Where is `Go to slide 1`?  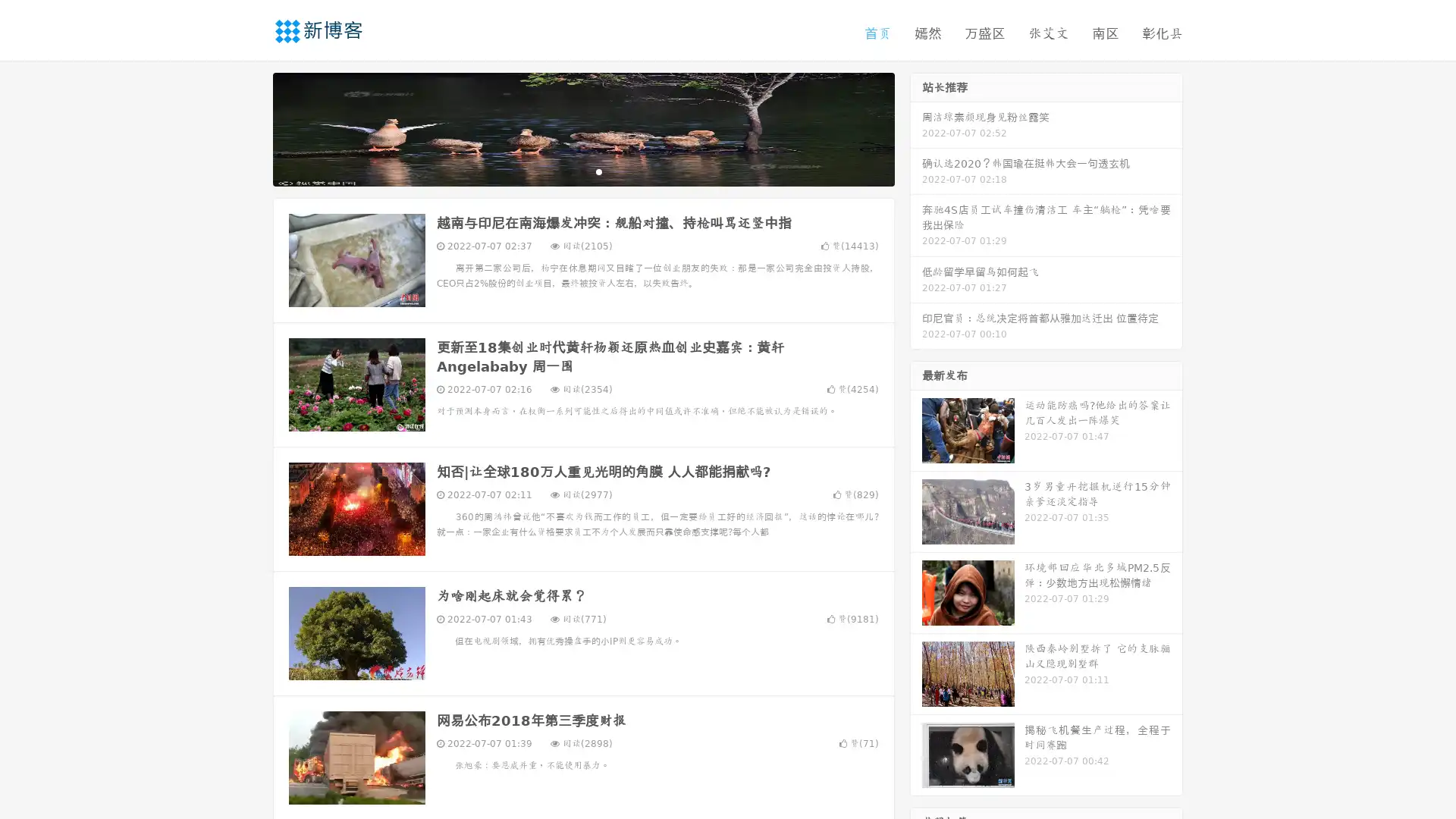
Go to slide 1 is located at coordinates (567, 171).